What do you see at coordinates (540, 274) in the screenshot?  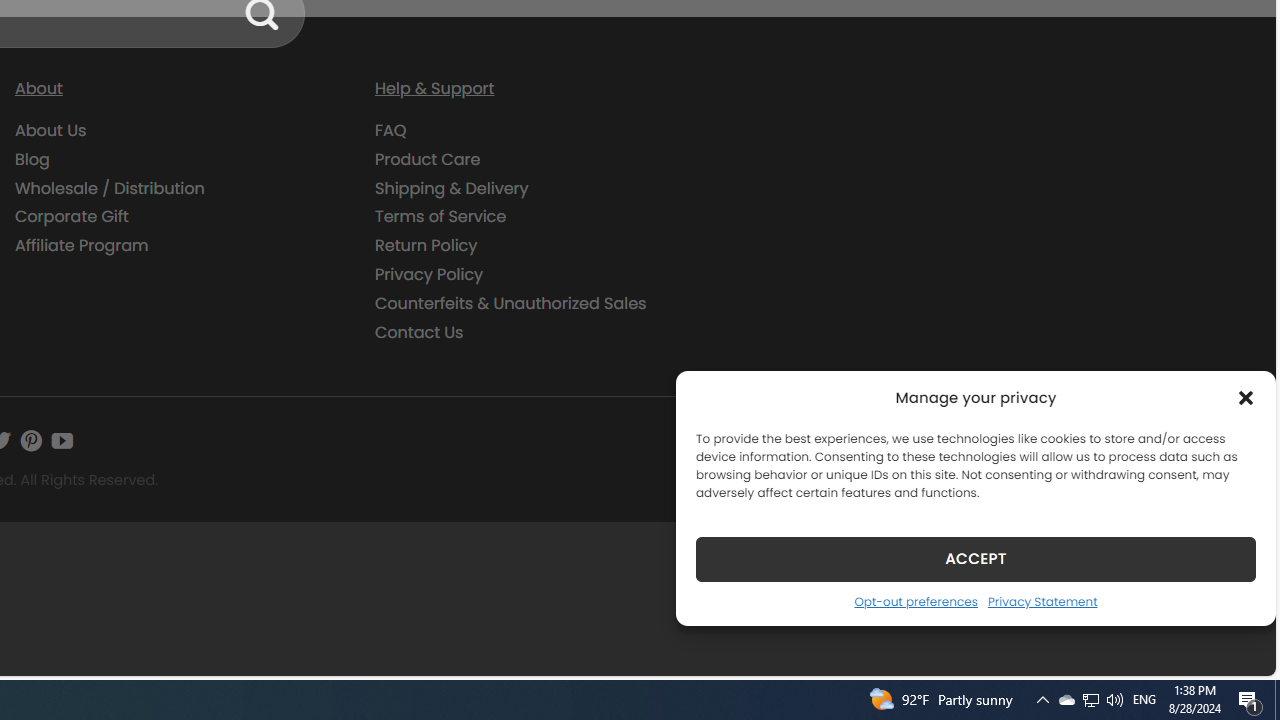 I see `'Privacy Policy'` at bounding box center [540, 274].